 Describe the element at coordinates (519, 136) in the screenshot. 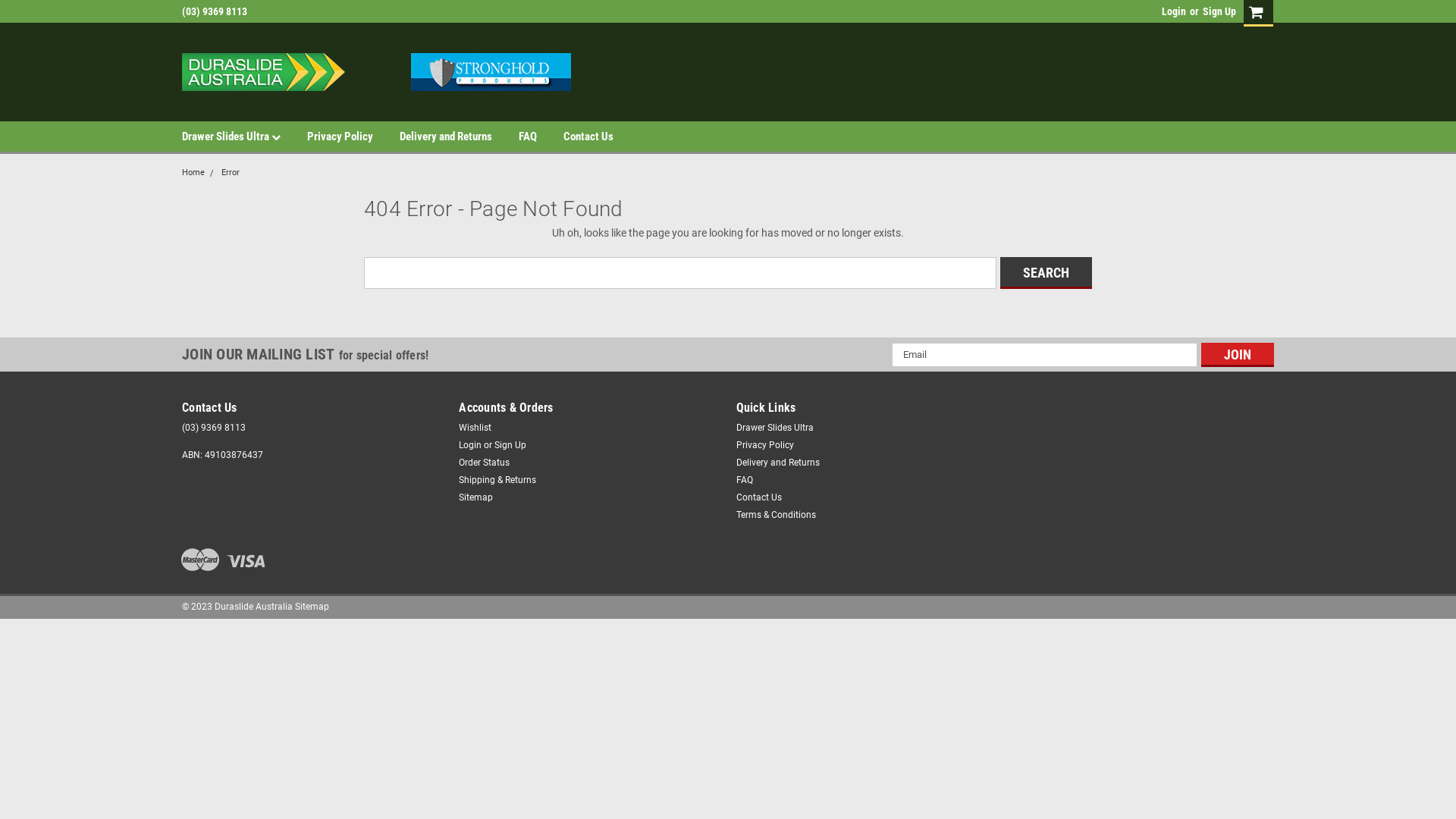

I see `'FAQ'` at that location.